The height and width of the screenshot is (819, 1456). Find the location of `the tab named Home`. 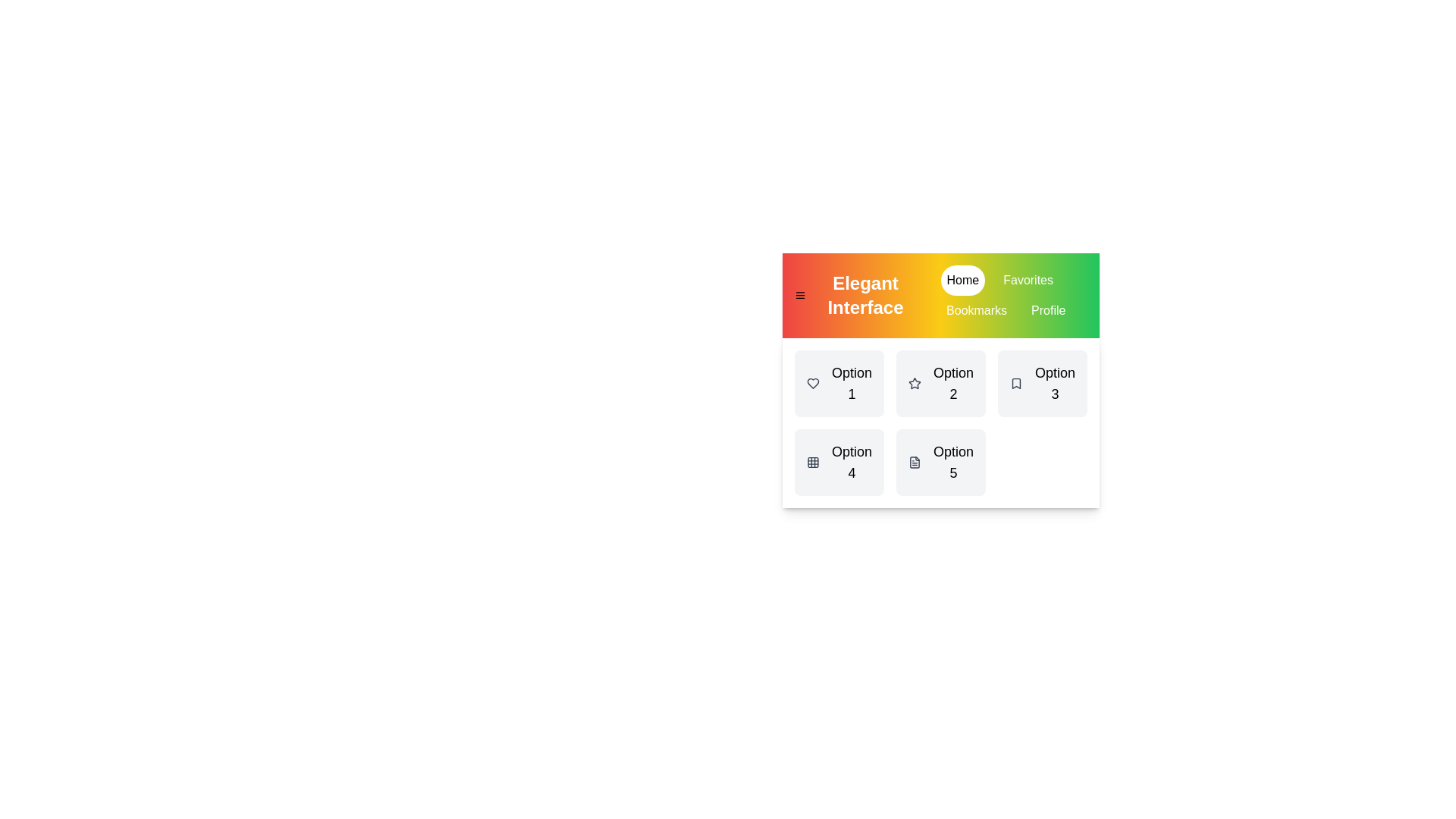

the tab named Home is located at coordinates (962, 281).